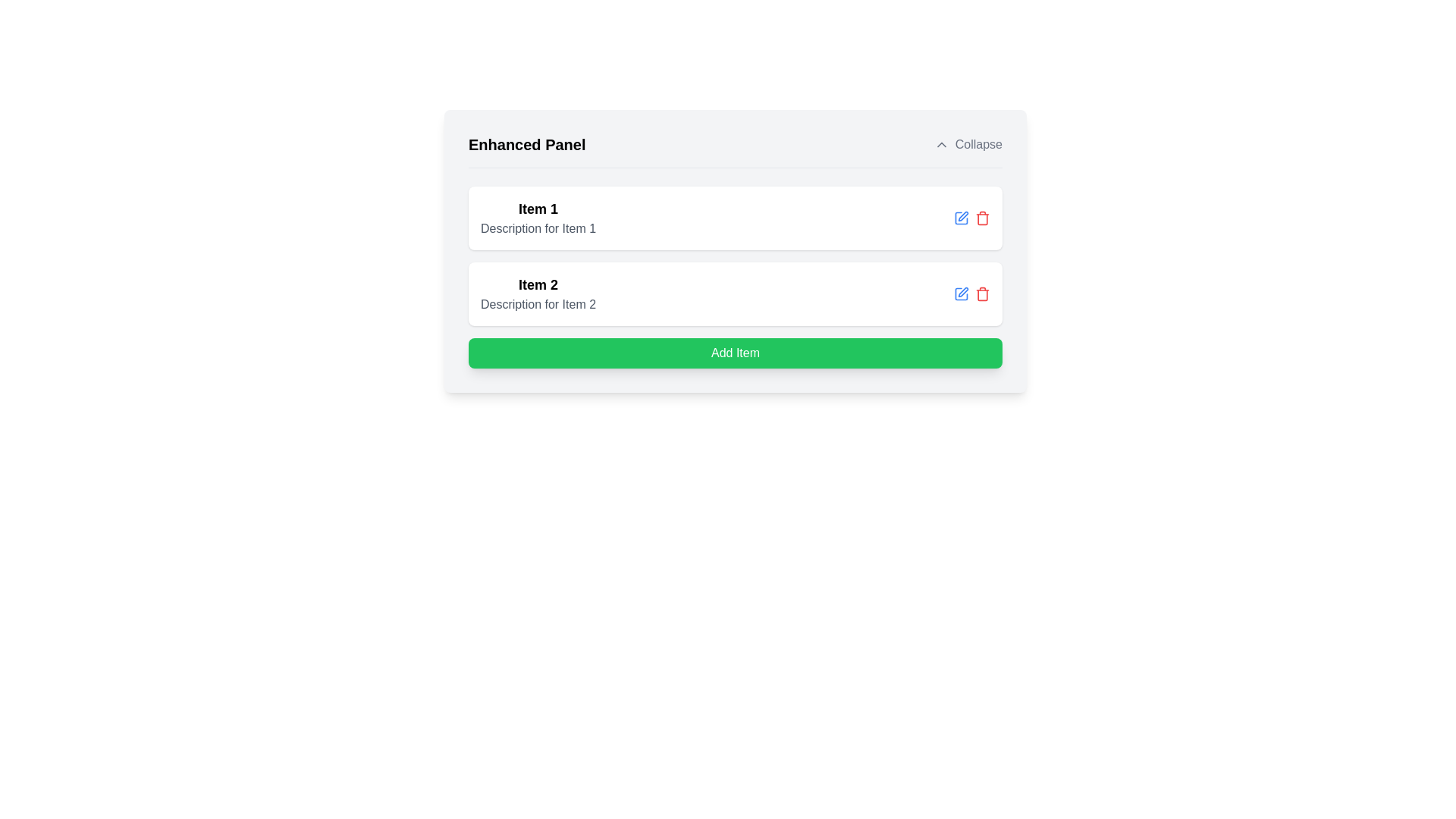 Image resolution: width=1456 pixels, height=819 pixels. I want to click on the Chevron Up icon located before the text 'Collapse' in the top-right corner of the interface header, so click(940, 145).